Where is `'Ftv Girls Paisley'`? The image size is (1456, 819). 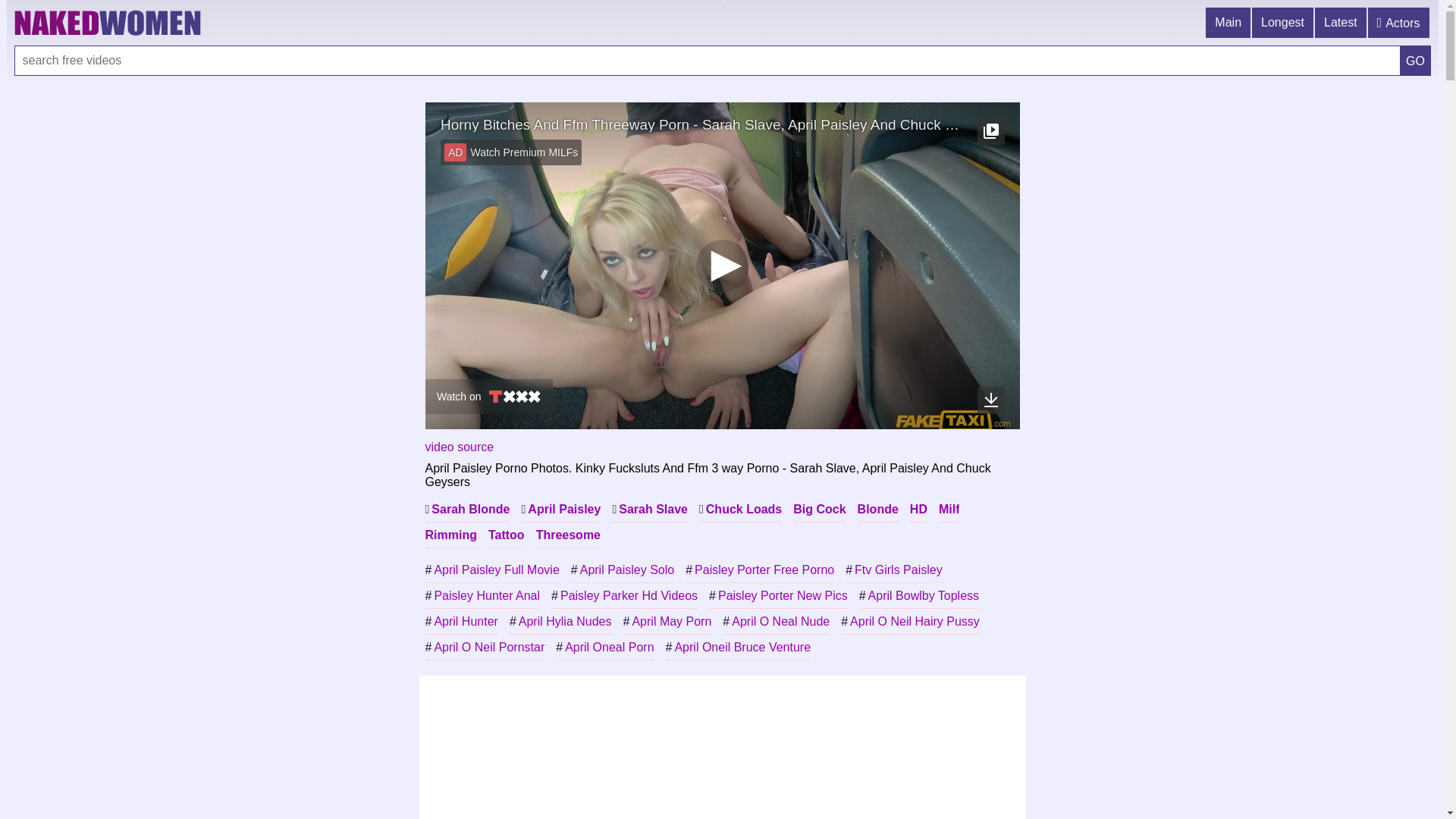 'Ftv Girls Paisley' is located at coordinates (844, 570).